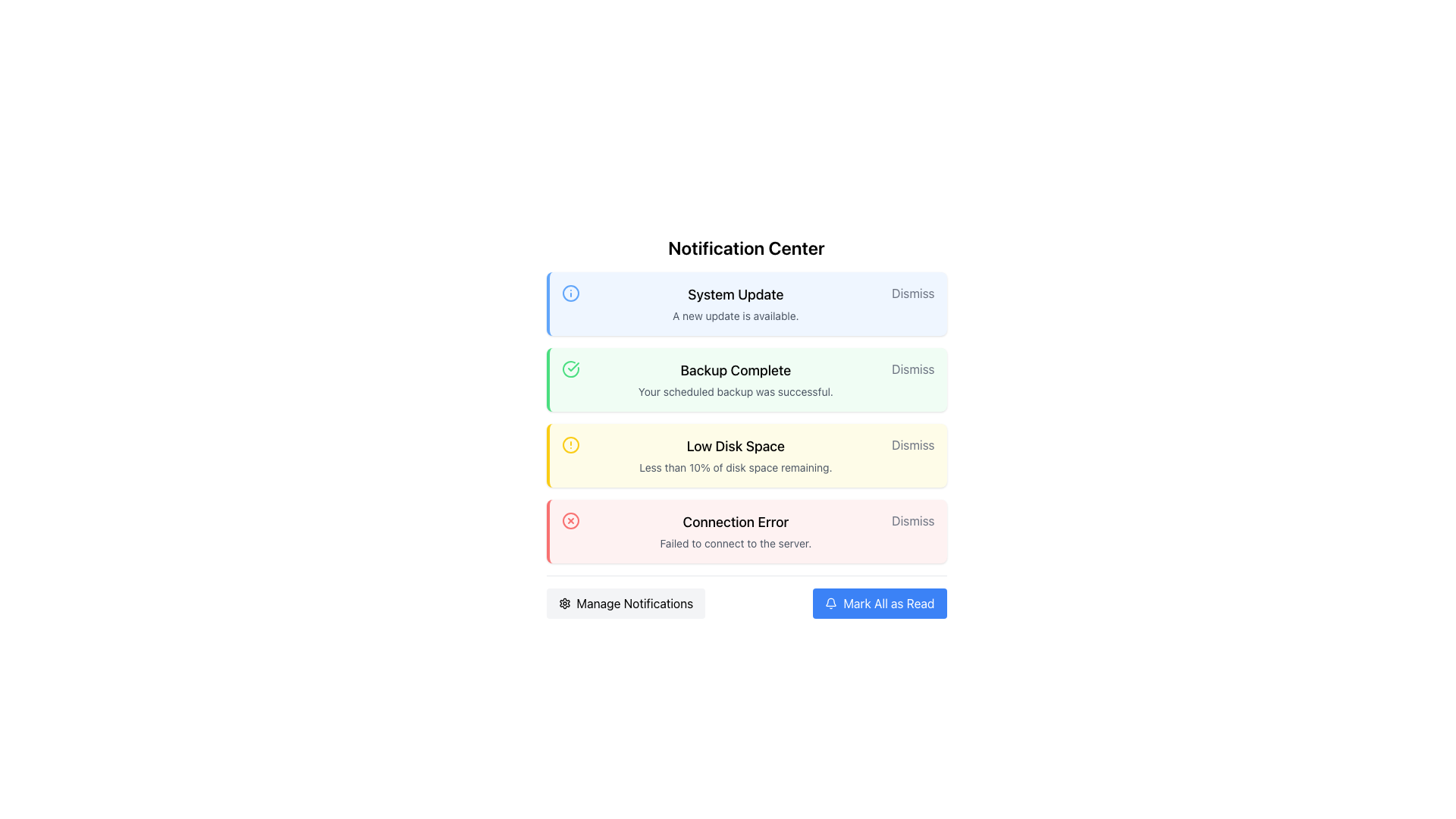 Image resolution: width=1456 pixels, height=819 pixels. What do you see at coordinates (736, 446) in the screenshot?
I see `the text label that serves as the title of the 'Low Disk Space' notification in the Notification Center` at bounding box center [736, 446].